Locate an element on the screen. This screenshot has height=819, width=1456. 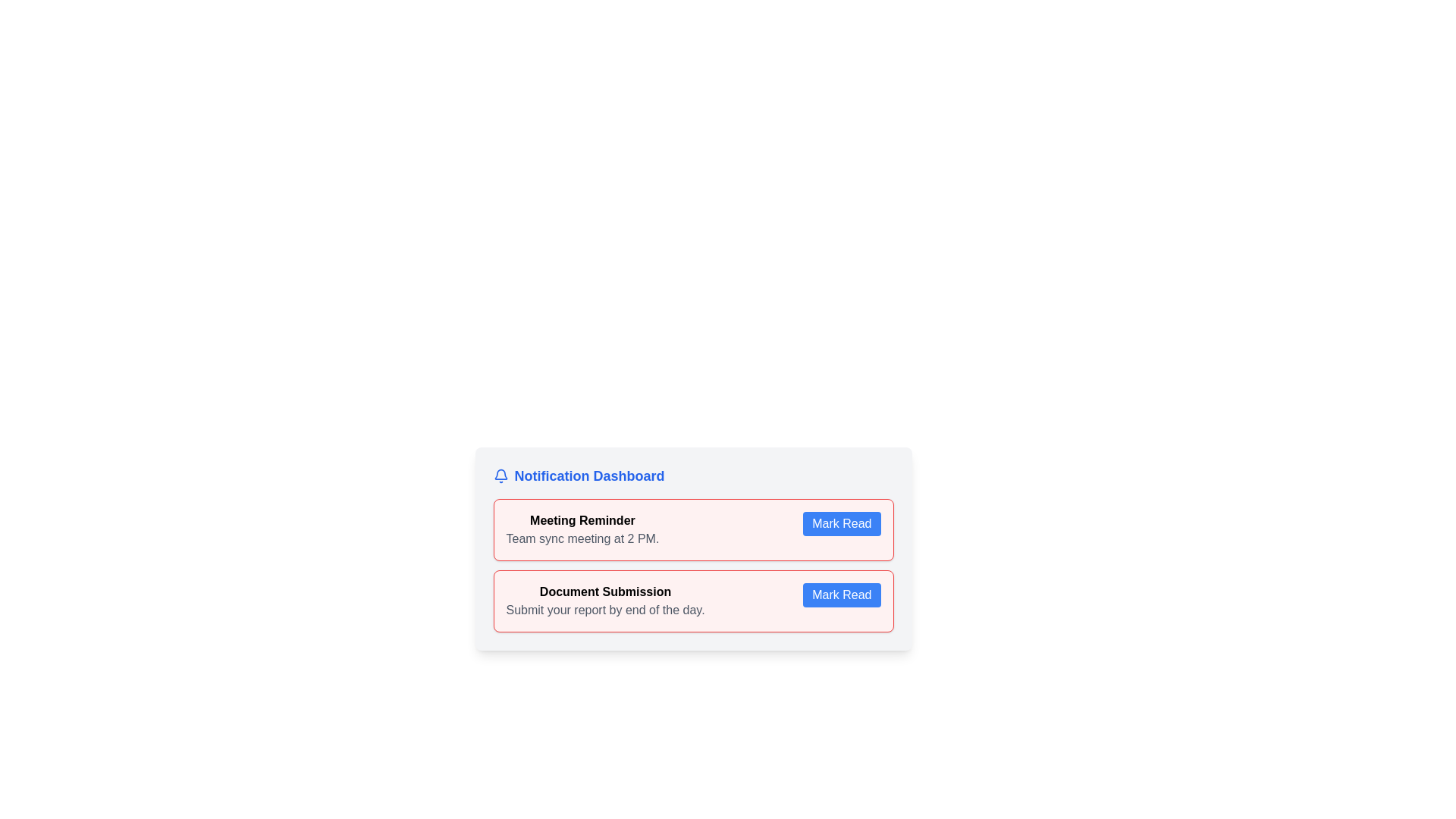
the 'Meeting Reminder' text block, which is the first notification card in the list, prominently displayed above the 'Mark Read' button is located at coordinates (582, 529).